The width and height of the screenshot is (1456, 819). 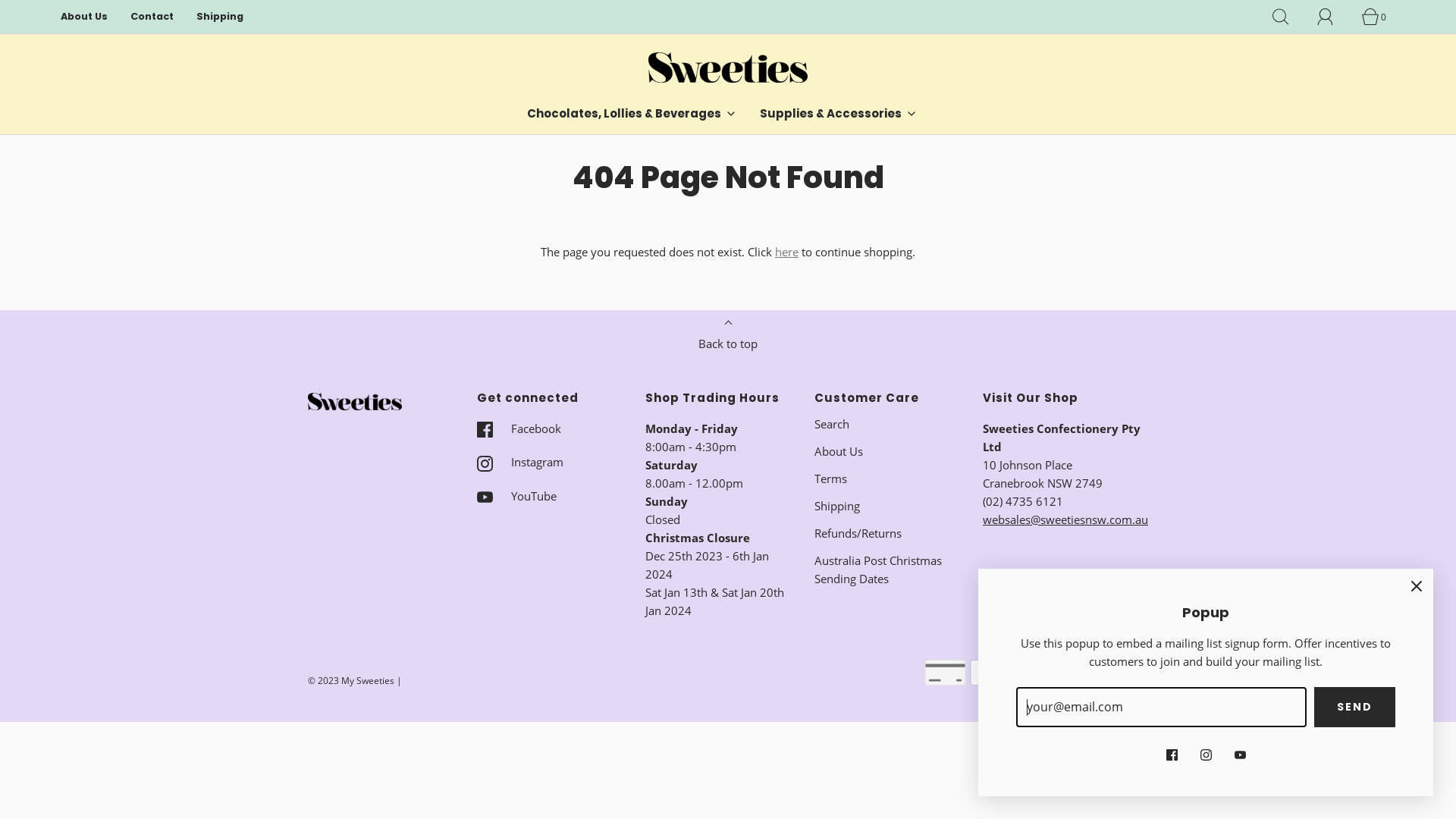 What do you see at coordinates (152, 17) in the screenshot?
I see `'Contact'` at bounding box center [152, 17].